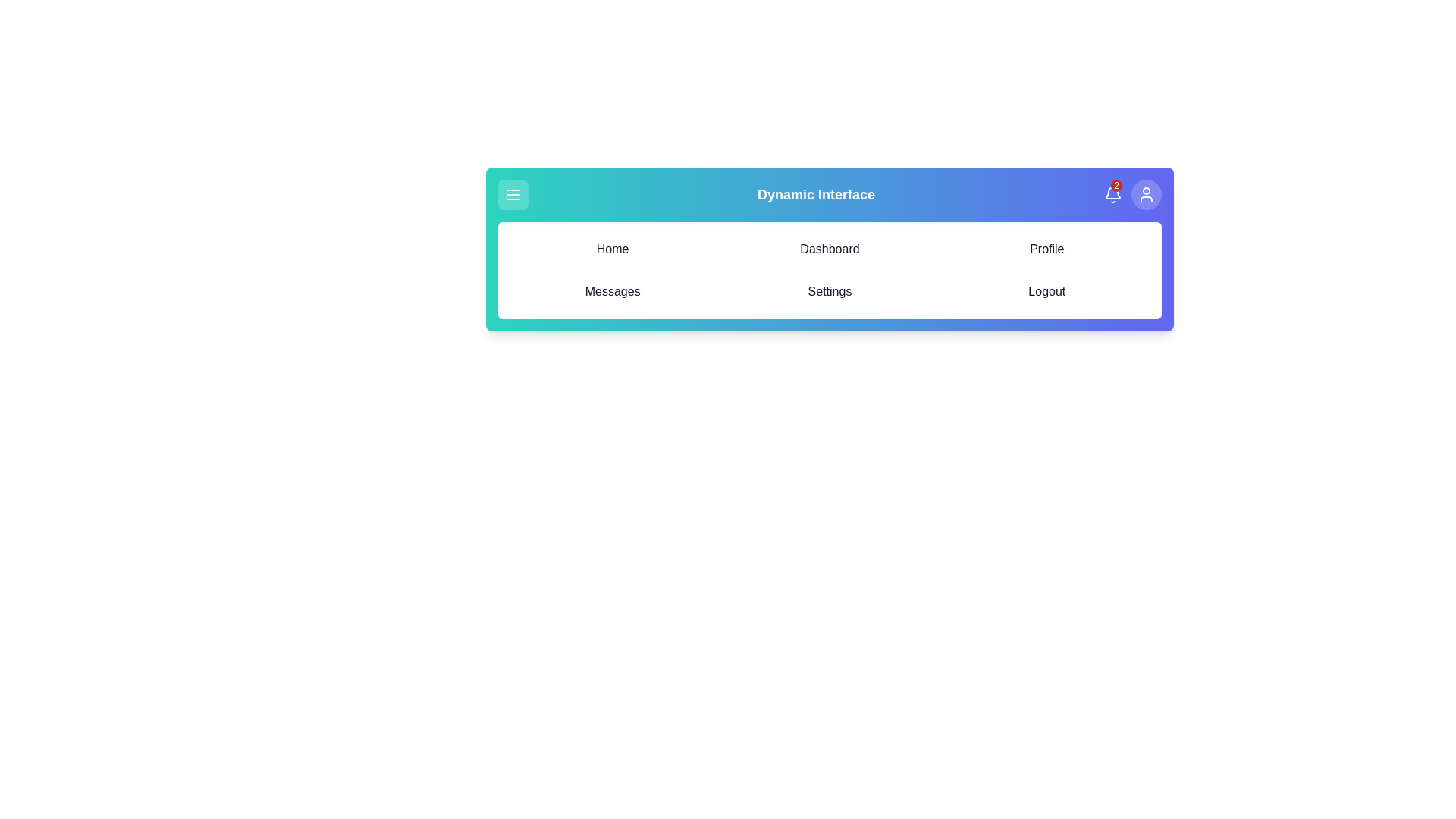 This screenshot has height=819, width=1456. Describe the element at coordinates (612, 292) in the screenshot. I see `the navigation item Messages from the menu` at that location.